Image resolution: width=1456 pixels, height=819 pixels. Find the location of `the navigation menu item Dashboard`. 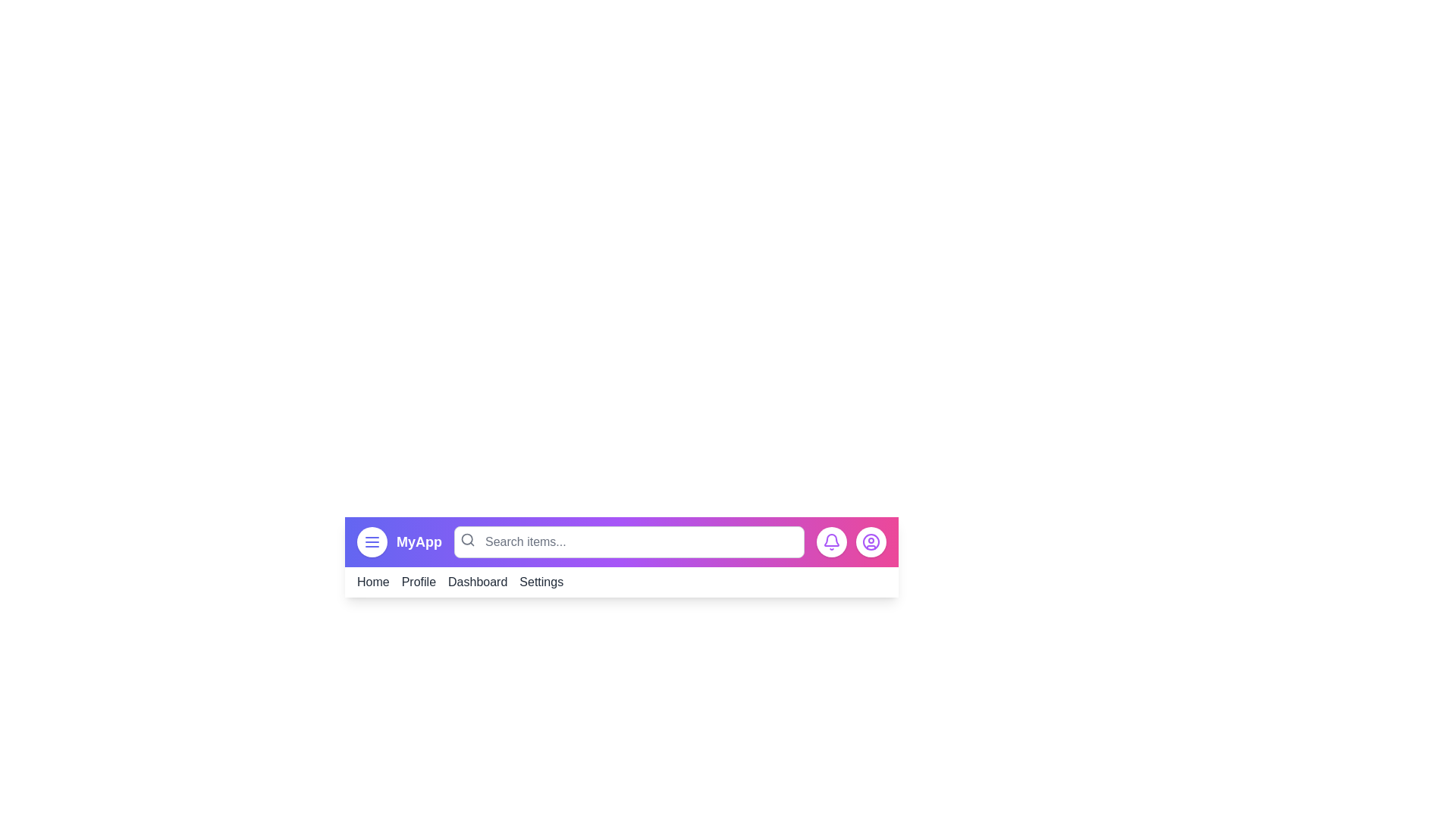

the navigation menu item Dashboard is located at coordinates (476, 581).